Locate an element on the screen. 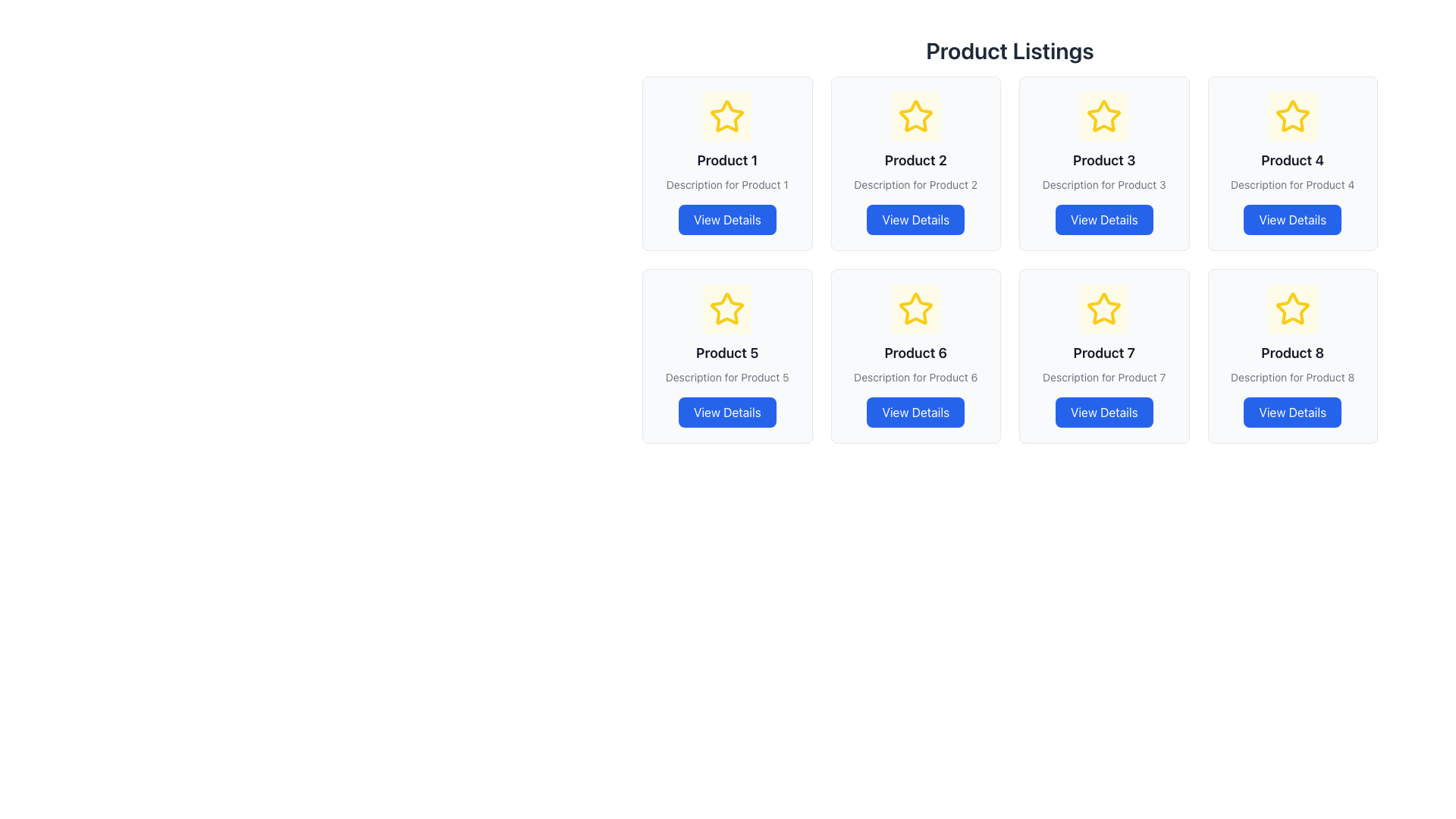 The width and height of the screenshot is (1456, 819). text label displaying 'Product 1' that is centered within the first product card, located in the grid layout, below the yellow star icon is located at coordinates (726, 161).